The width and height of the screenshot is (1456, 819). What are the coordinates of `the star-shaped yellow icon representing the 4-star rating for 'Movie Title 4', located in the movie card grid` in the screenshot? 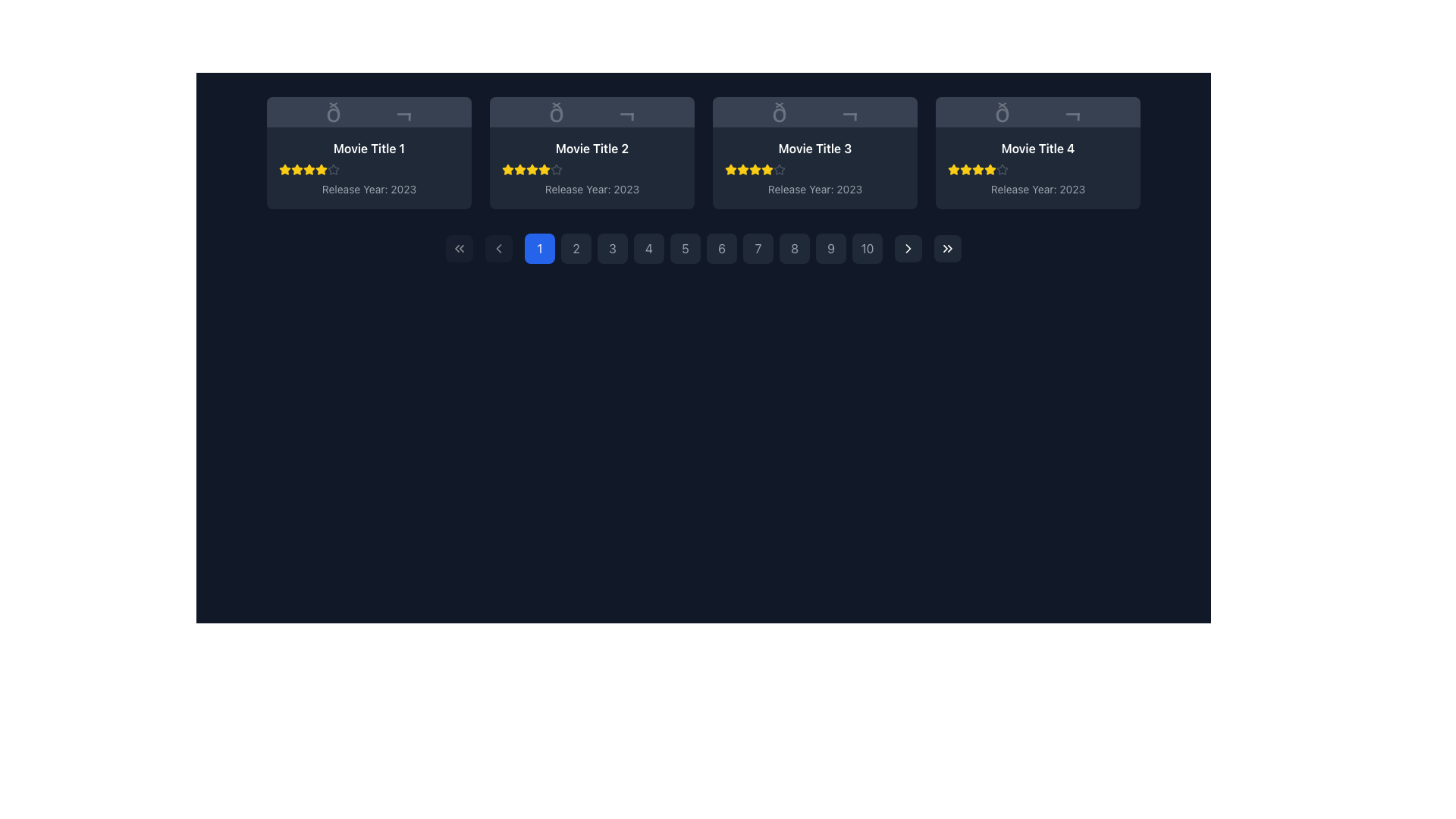 It's located at (952, 169).